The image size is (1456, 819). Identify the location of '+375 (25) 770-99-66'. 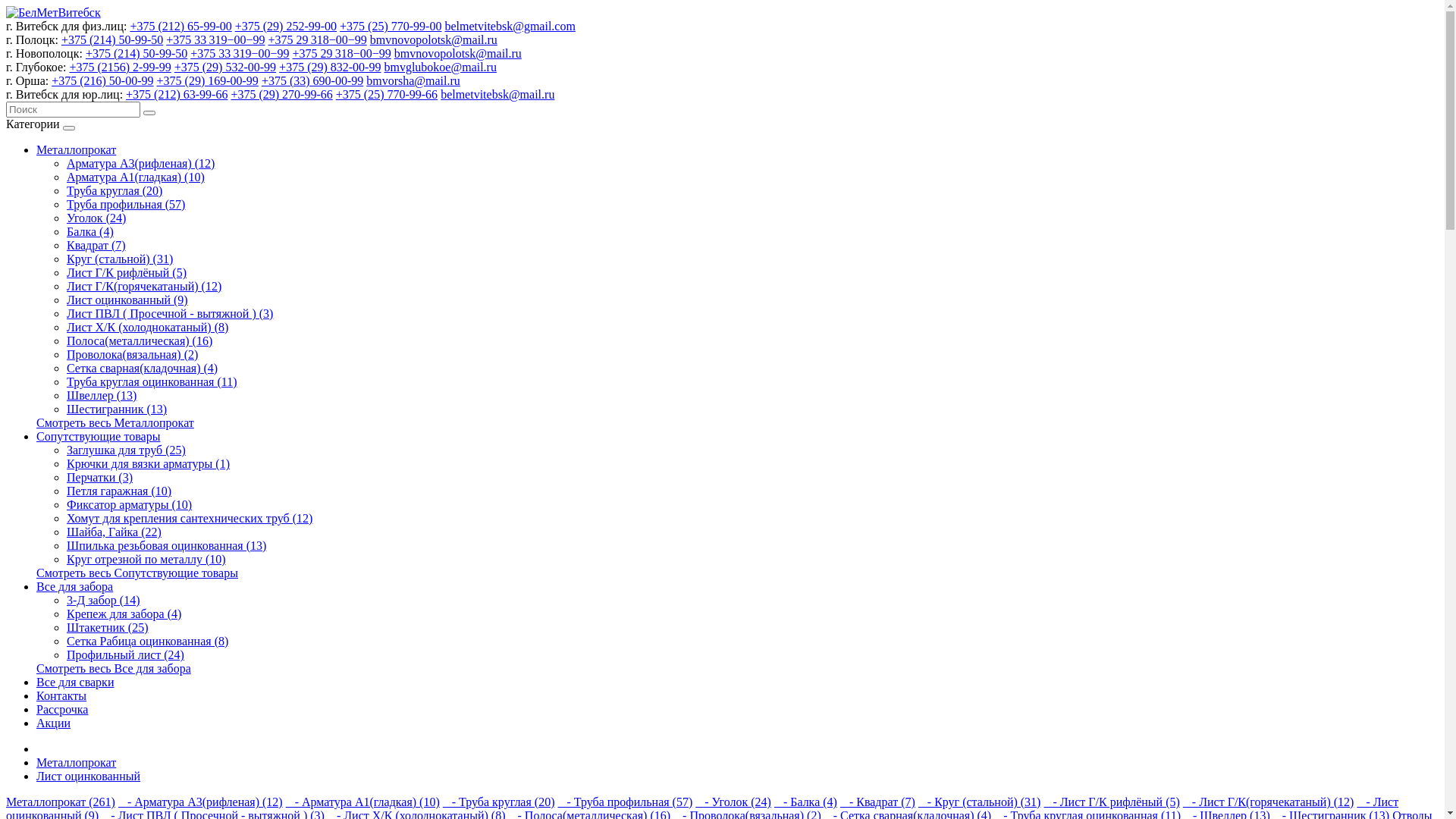
(386, 94).